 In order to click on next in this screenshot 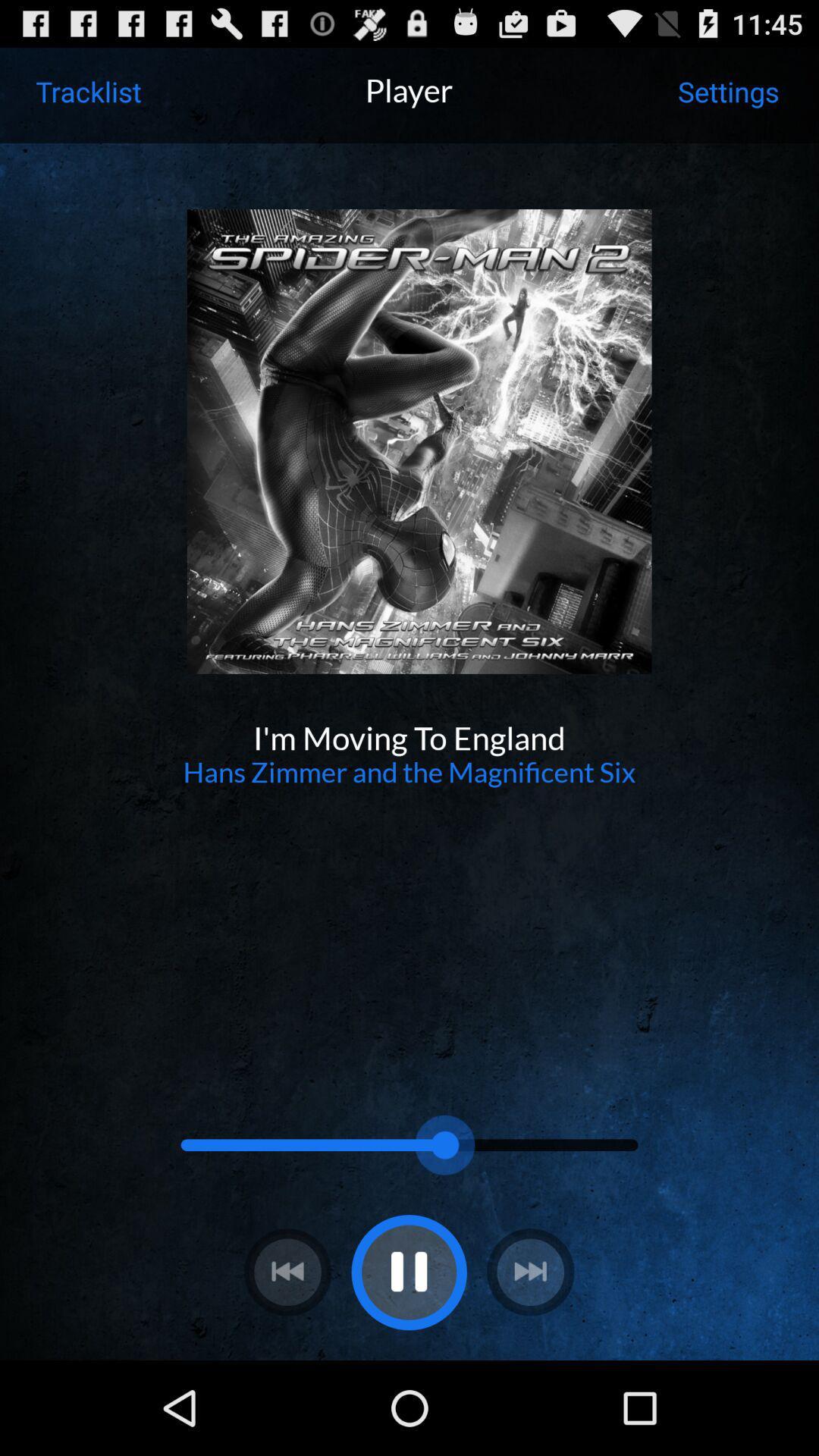, I will do `click(529, 1272)`.